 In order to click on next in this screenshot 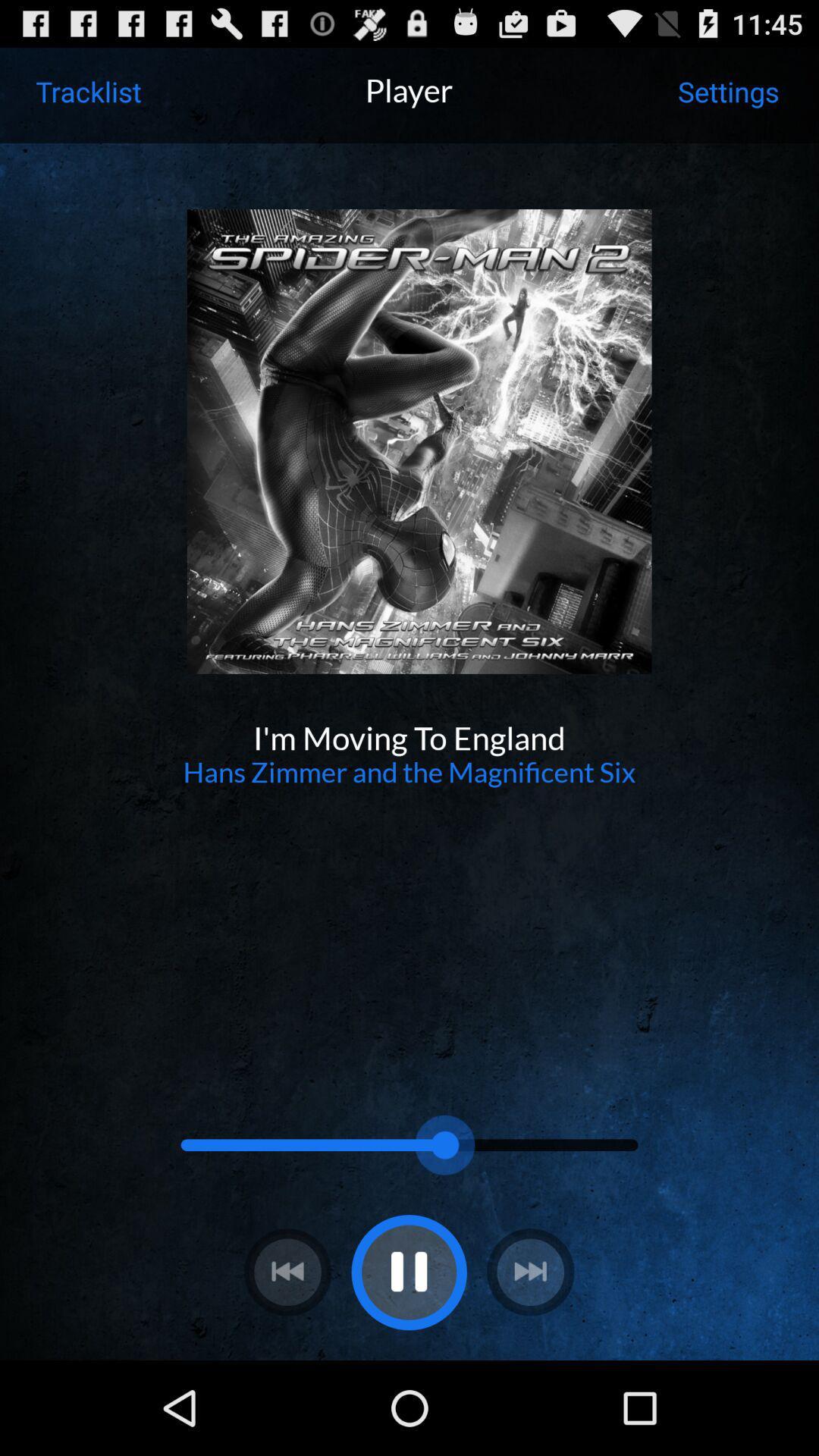, I will do `click(529, 1272)`.